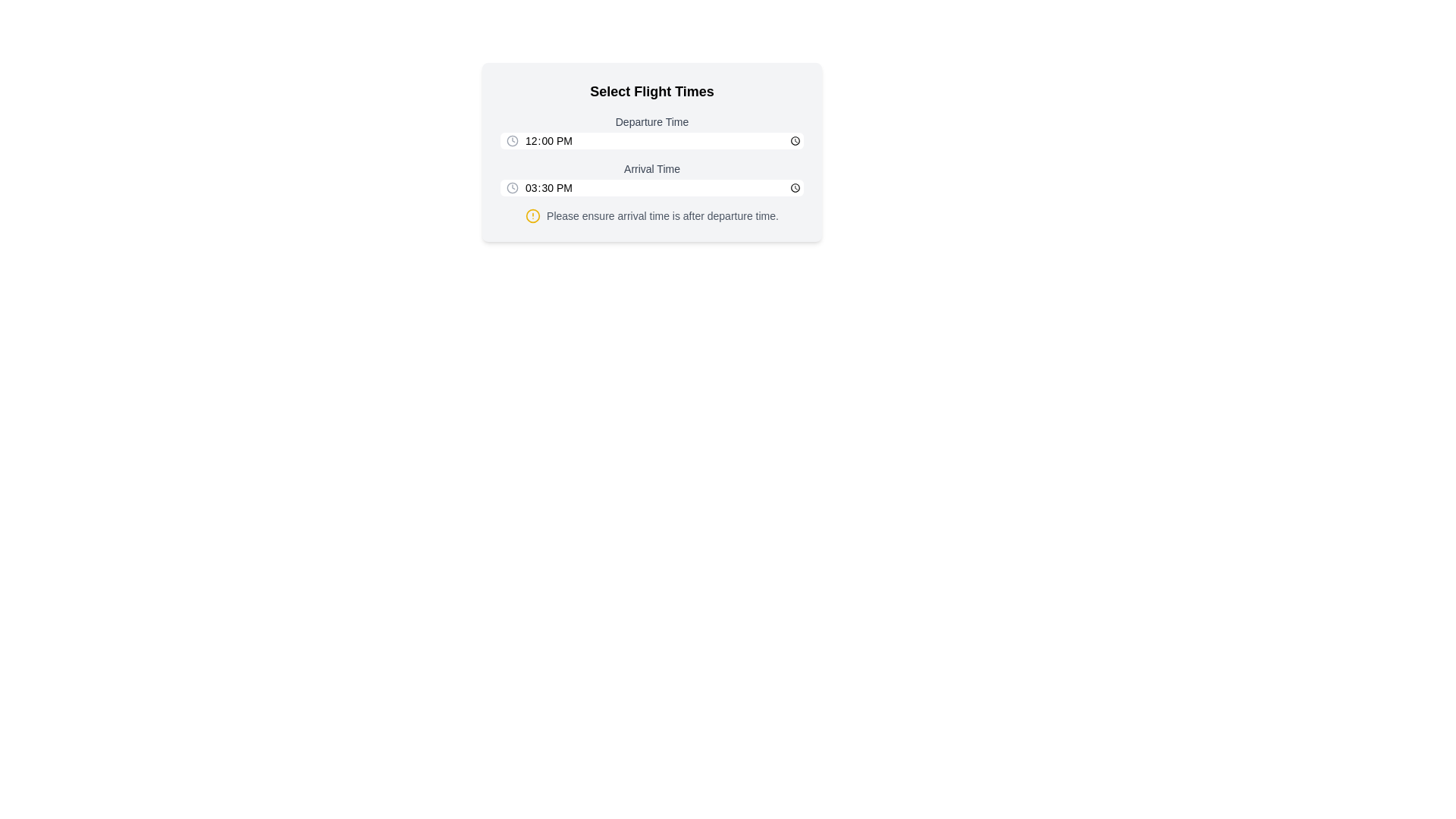  I want to click on the circular outline icon representing a clock within the SVG graphic, which is positioned to the left of the 'Arrival Time' label in the modal, so click(513, 140).